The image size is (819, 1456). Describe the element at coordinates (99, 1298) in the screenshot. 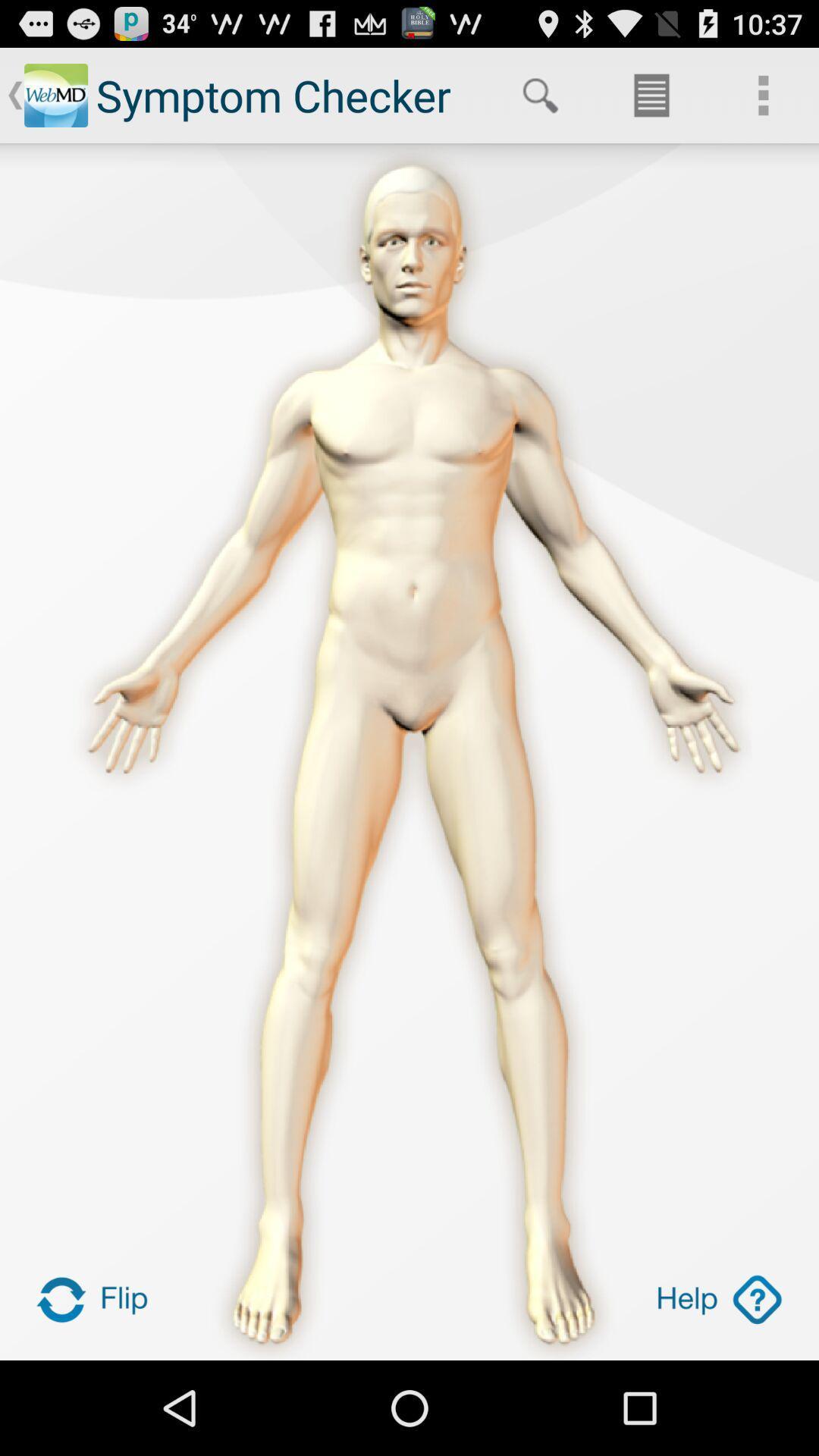

I see `rotates image of body to reverse side` at that location.